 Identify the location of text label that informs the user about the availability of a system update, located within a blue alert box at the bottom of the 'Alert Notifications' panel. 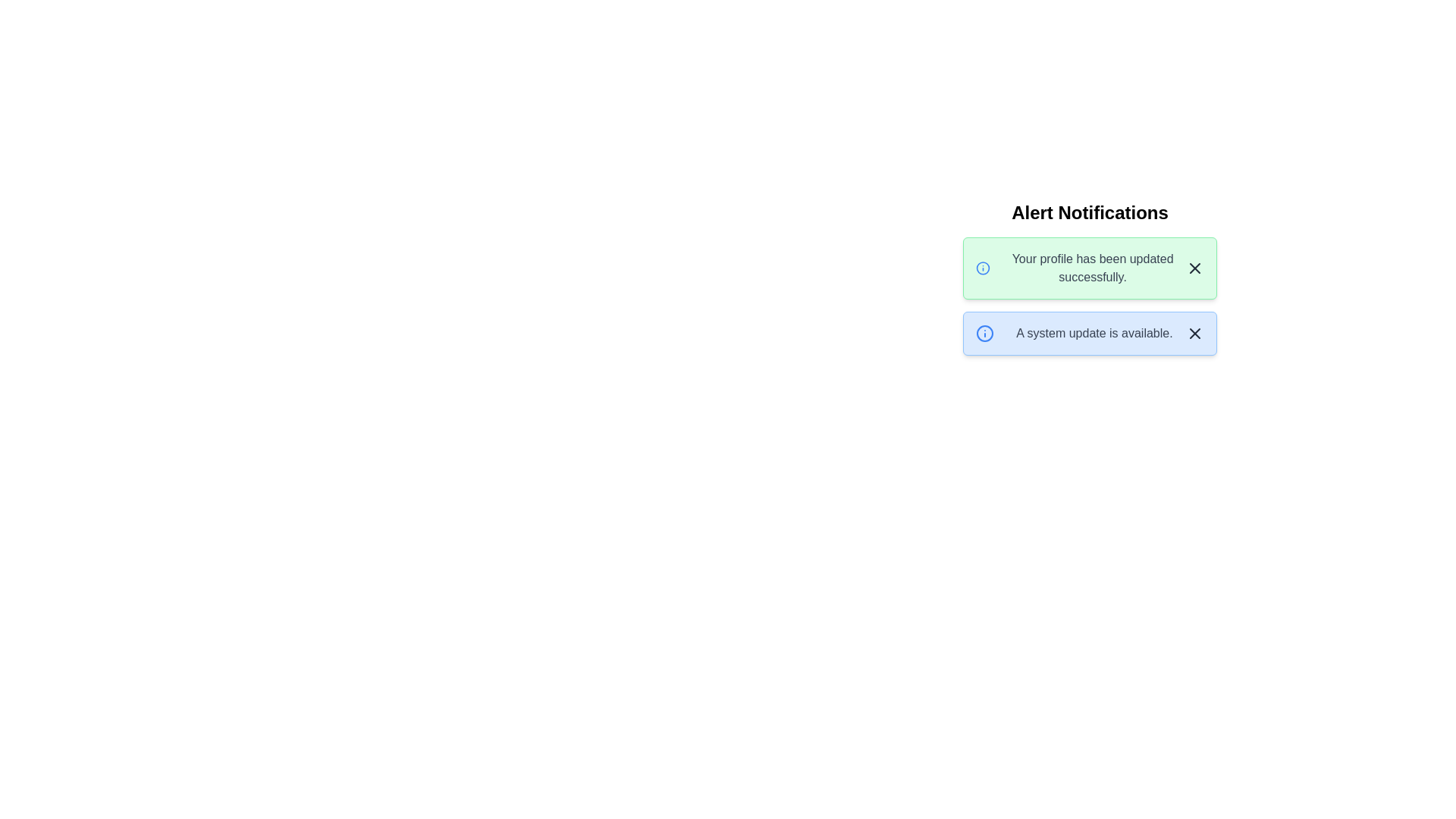
(1094, 332).